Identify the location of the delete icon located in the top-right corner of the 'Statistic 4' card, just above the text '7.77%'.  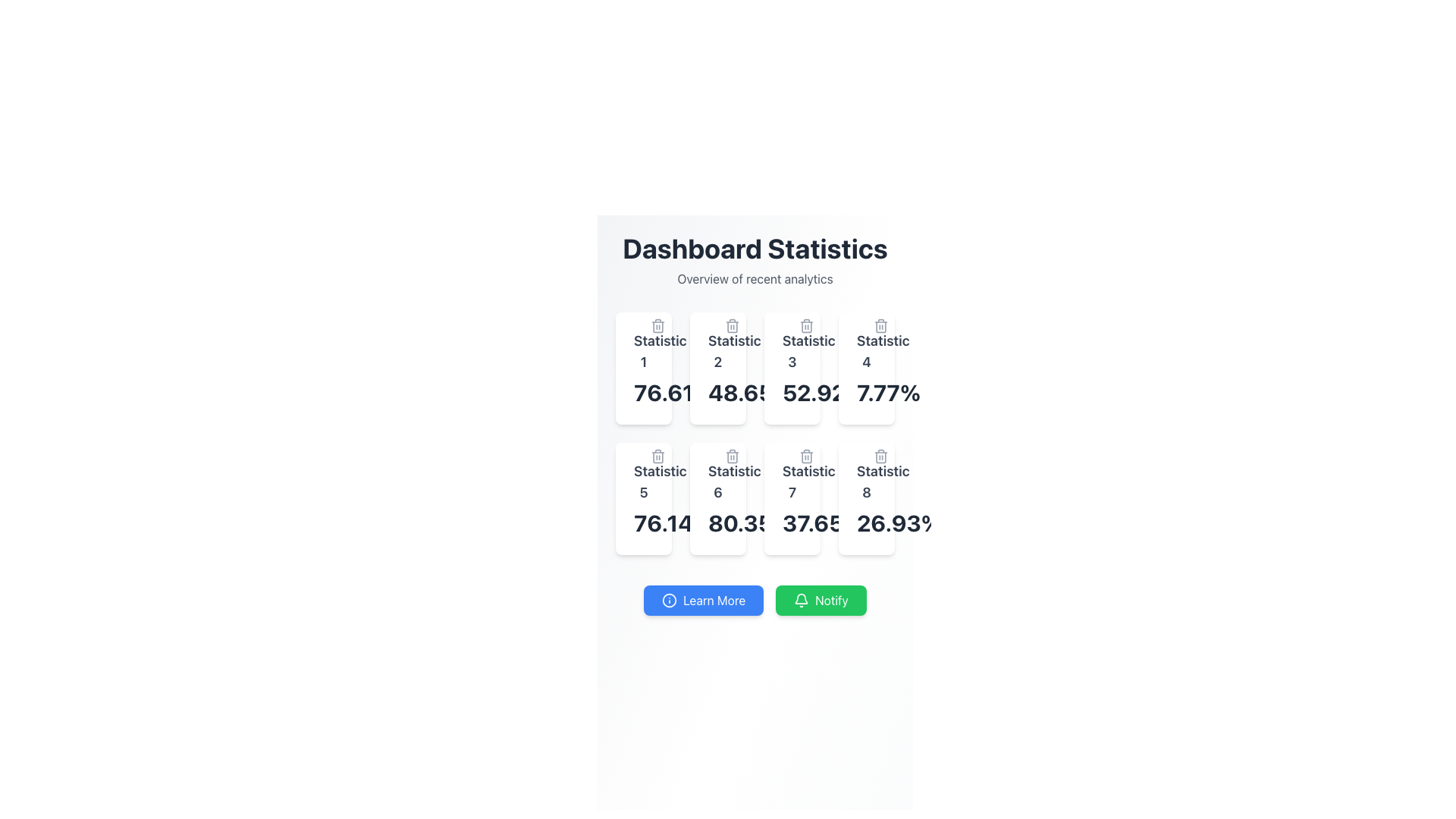
(880, 325).